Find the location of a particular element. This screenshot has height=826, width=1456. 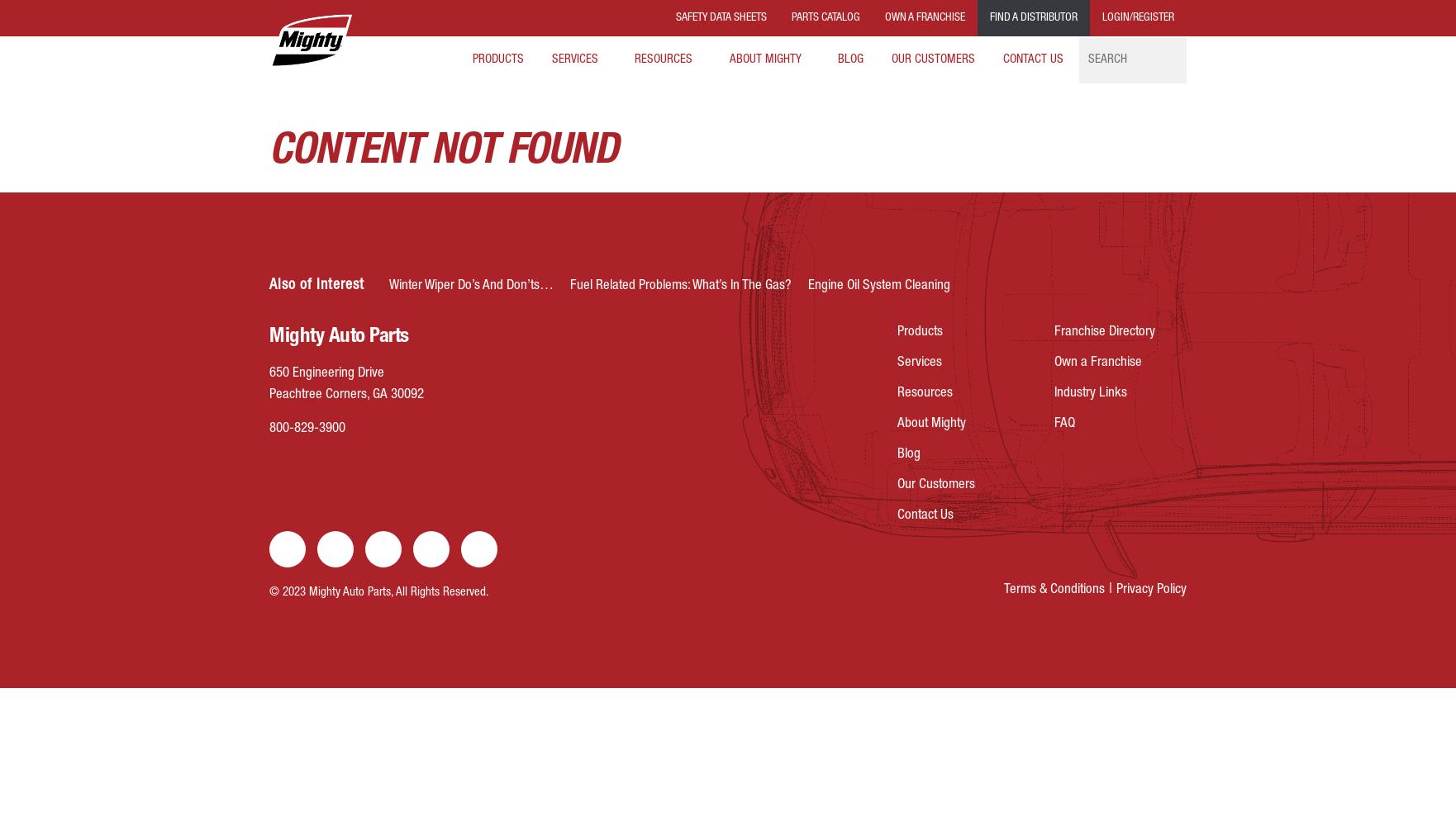

'FAQ' is located at coordinates (1054, 424).